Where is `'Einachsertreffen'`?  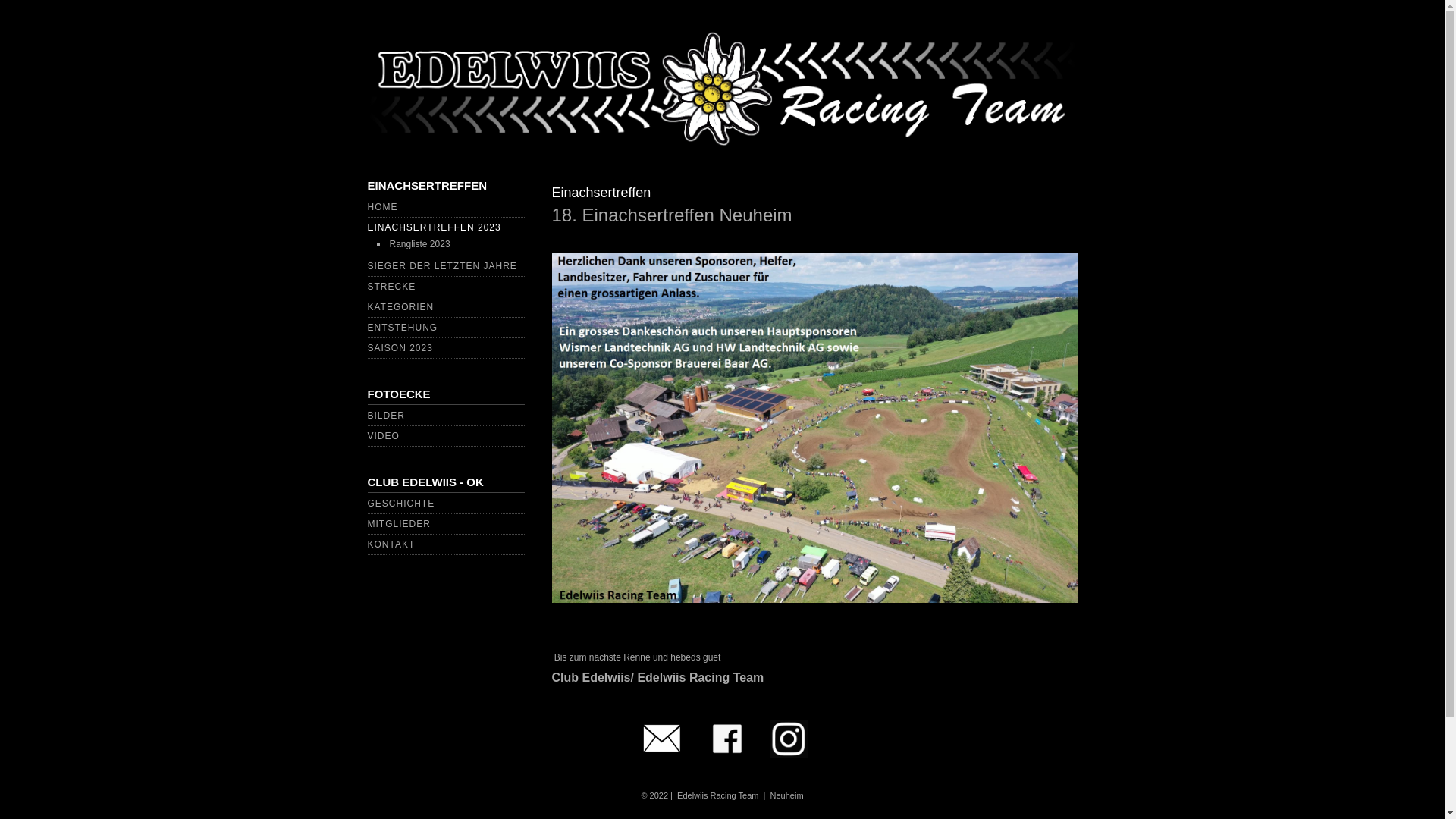 'Einachsertreffen' is located at coordinates (601, 192).